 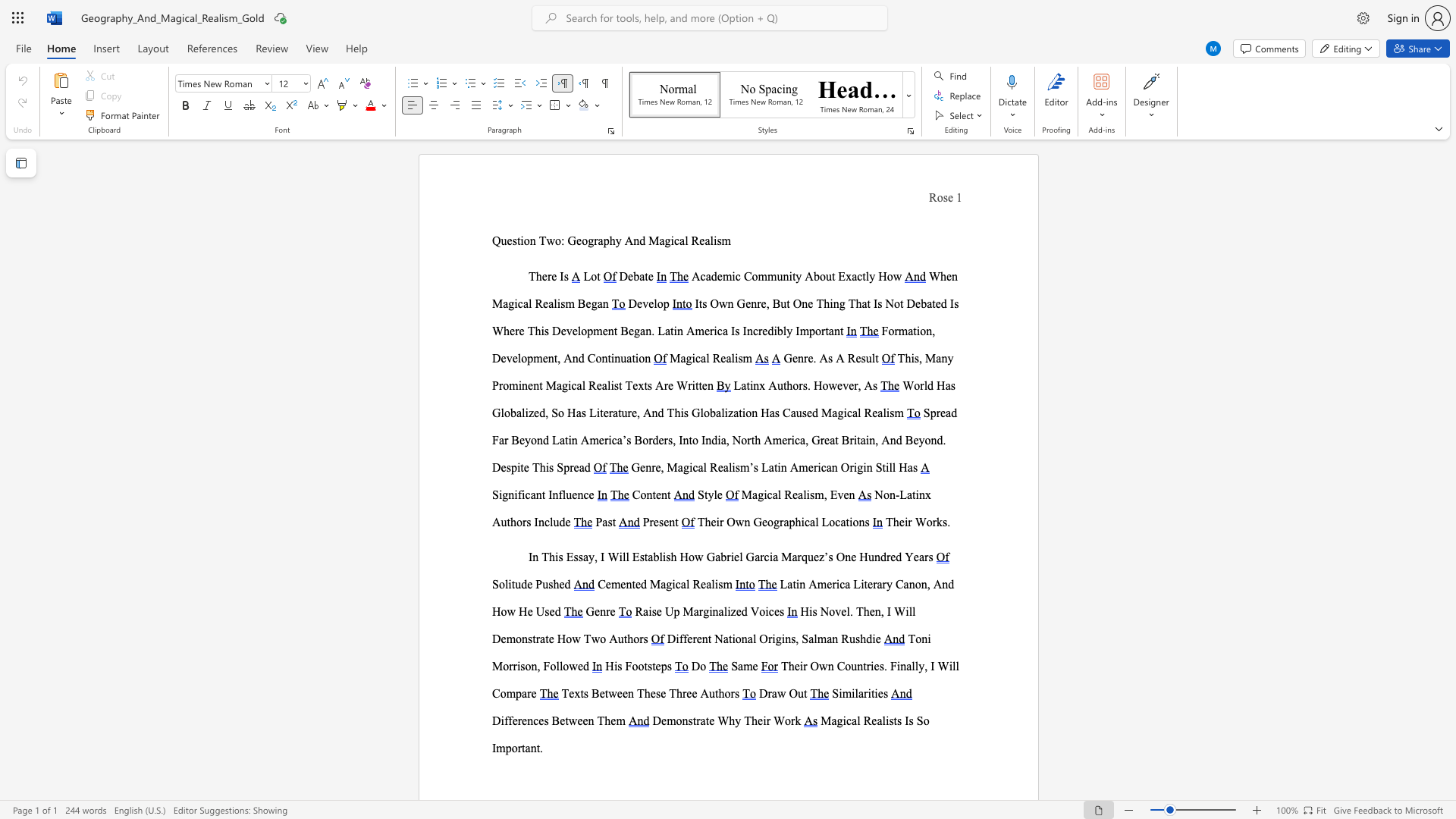 I want to click on the subset text "sm" within the text "Magical Realism", so click(x=738, y=358).